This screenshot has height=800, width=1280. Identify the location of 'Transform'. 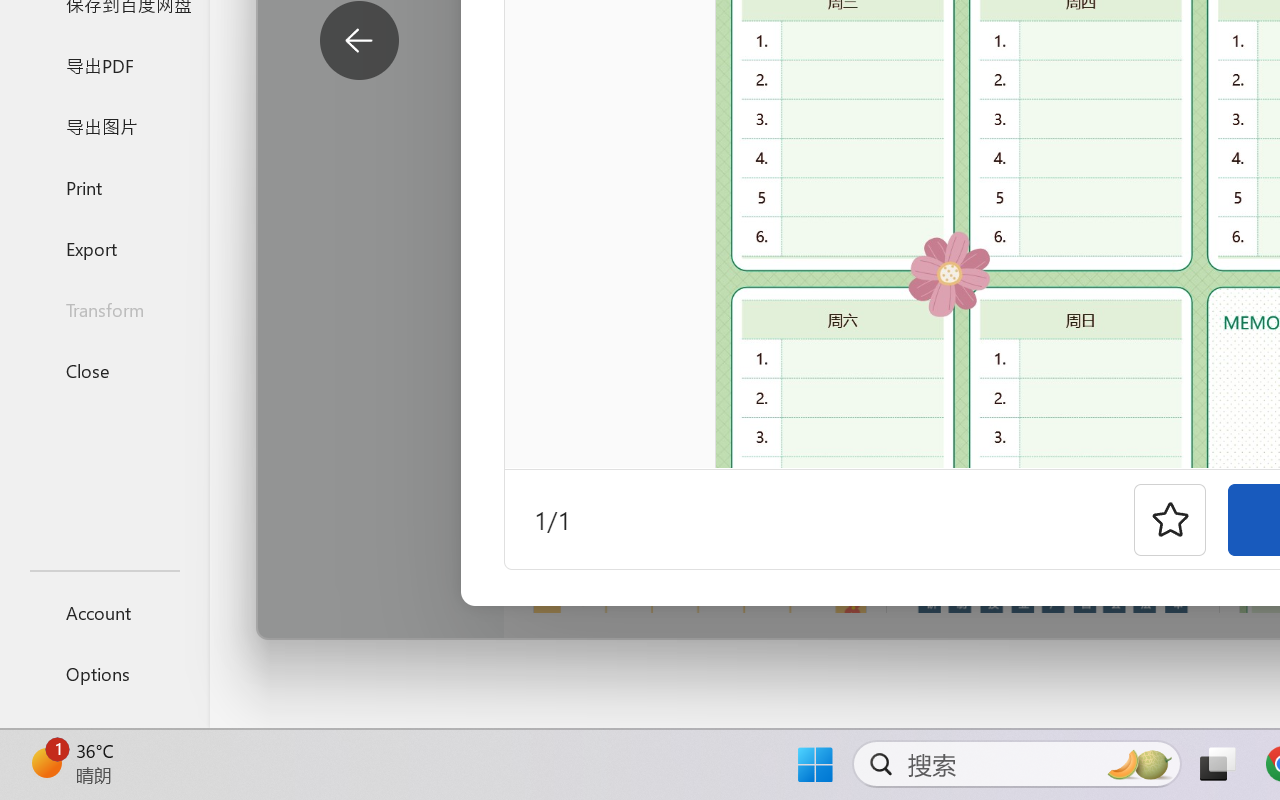
(103, 308).